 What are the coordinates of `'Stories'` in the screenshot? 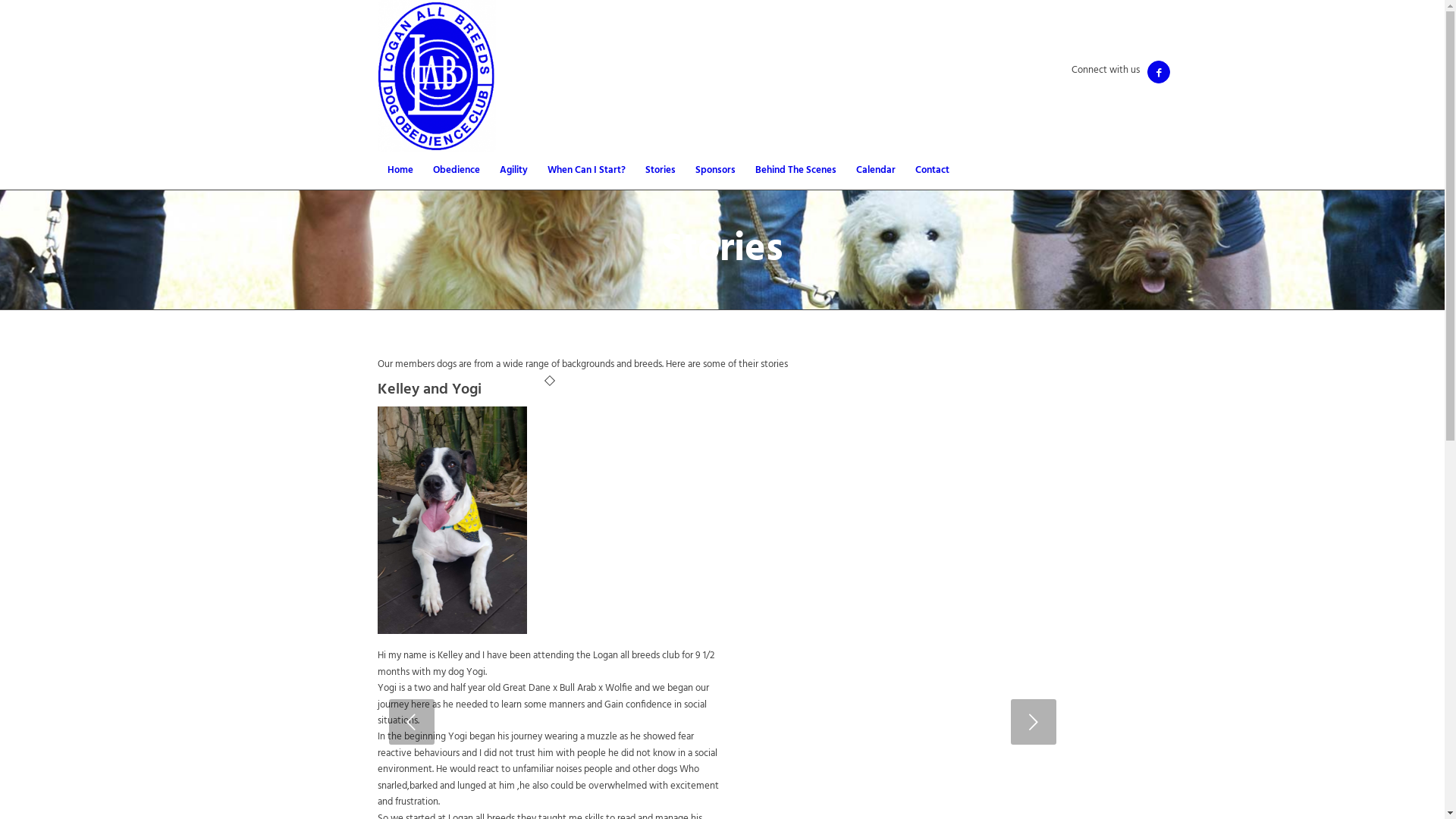 It's located at (660, 170).